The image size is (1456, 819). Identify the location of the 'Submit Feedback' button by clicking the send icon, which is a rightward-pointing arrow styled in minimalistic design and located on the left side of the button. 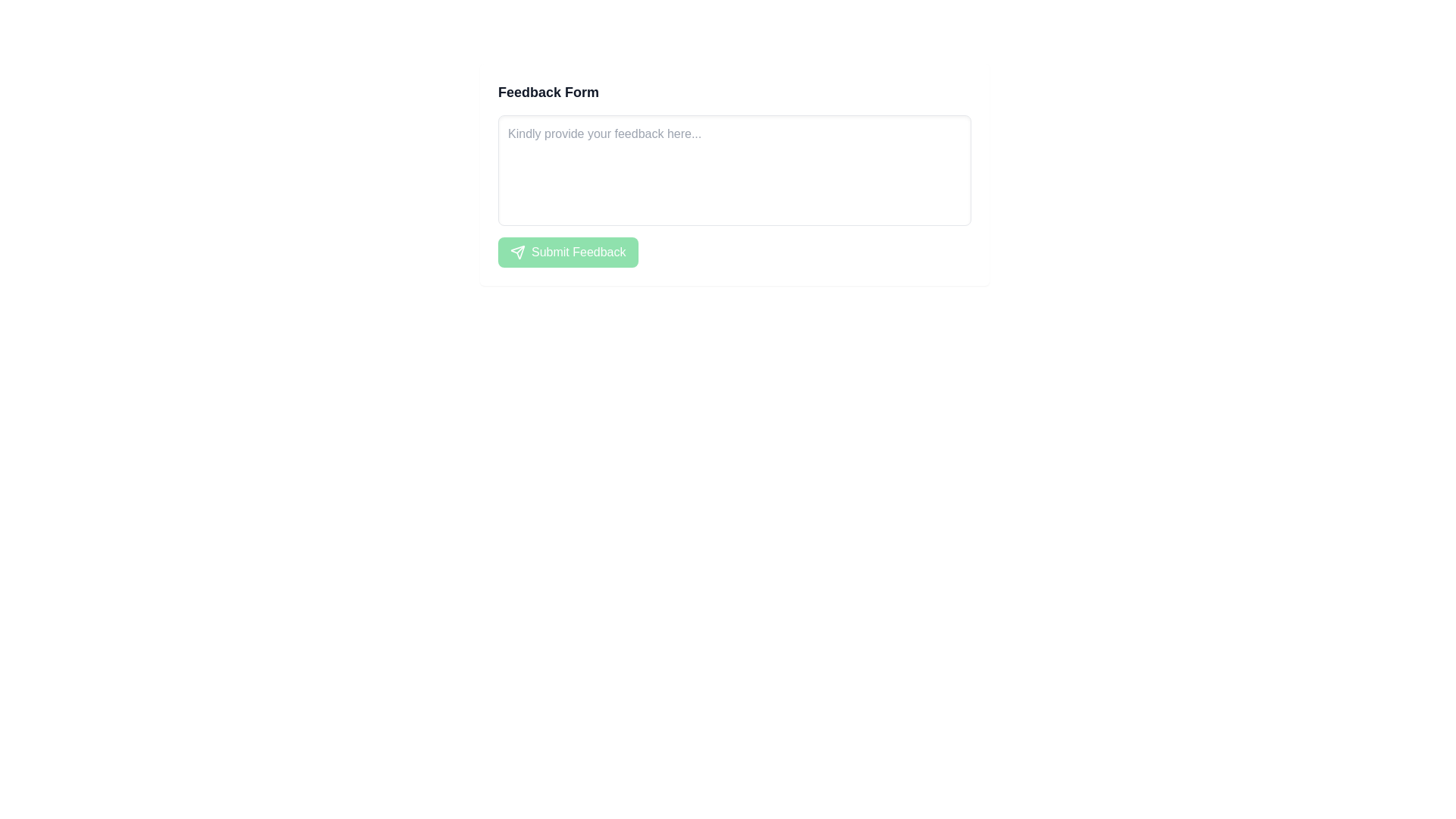
(517, 251).